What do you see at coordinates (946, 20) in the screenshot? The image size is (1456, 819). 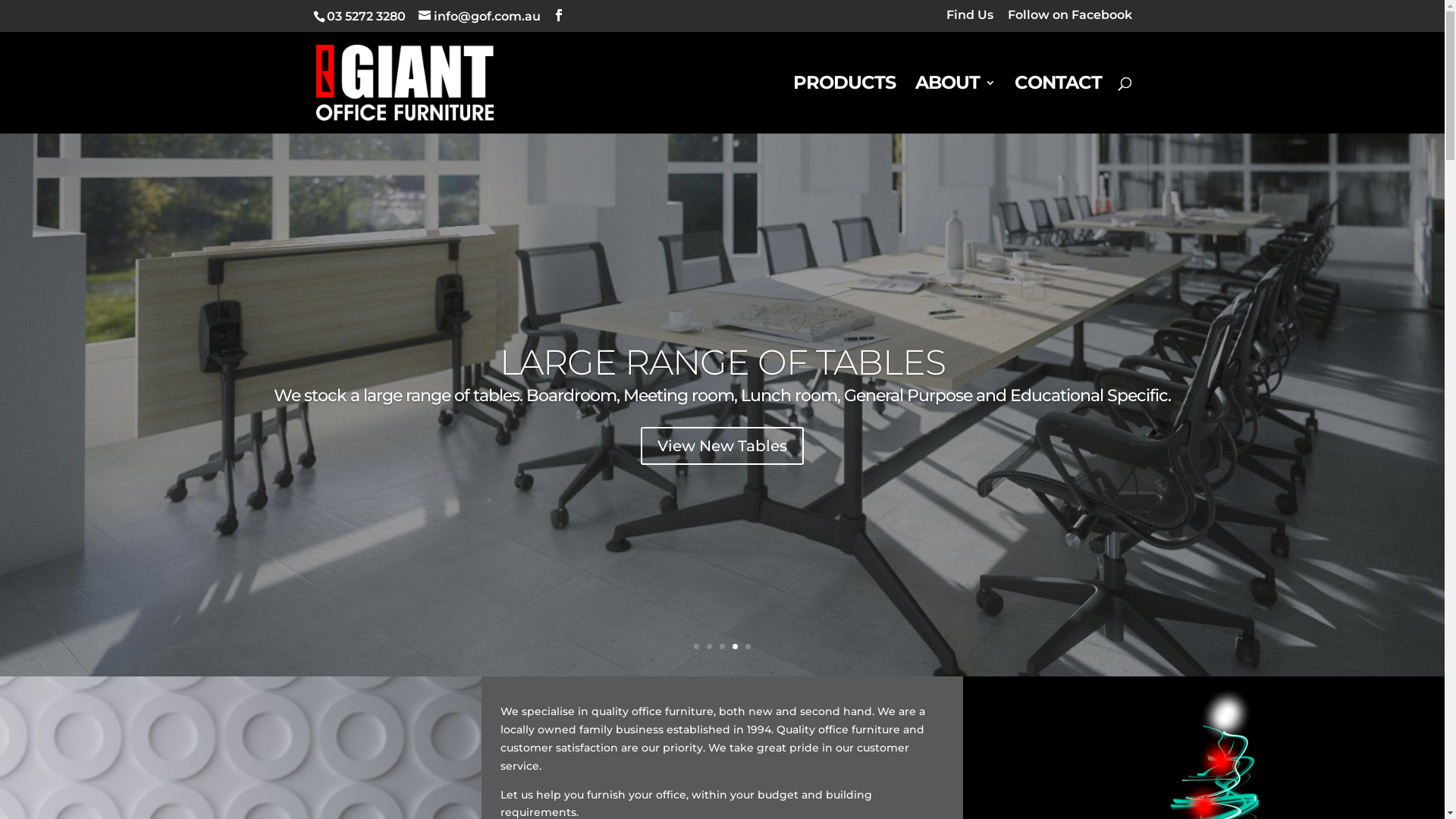 I see `'Find Us'` at bounding box center [946, 20].